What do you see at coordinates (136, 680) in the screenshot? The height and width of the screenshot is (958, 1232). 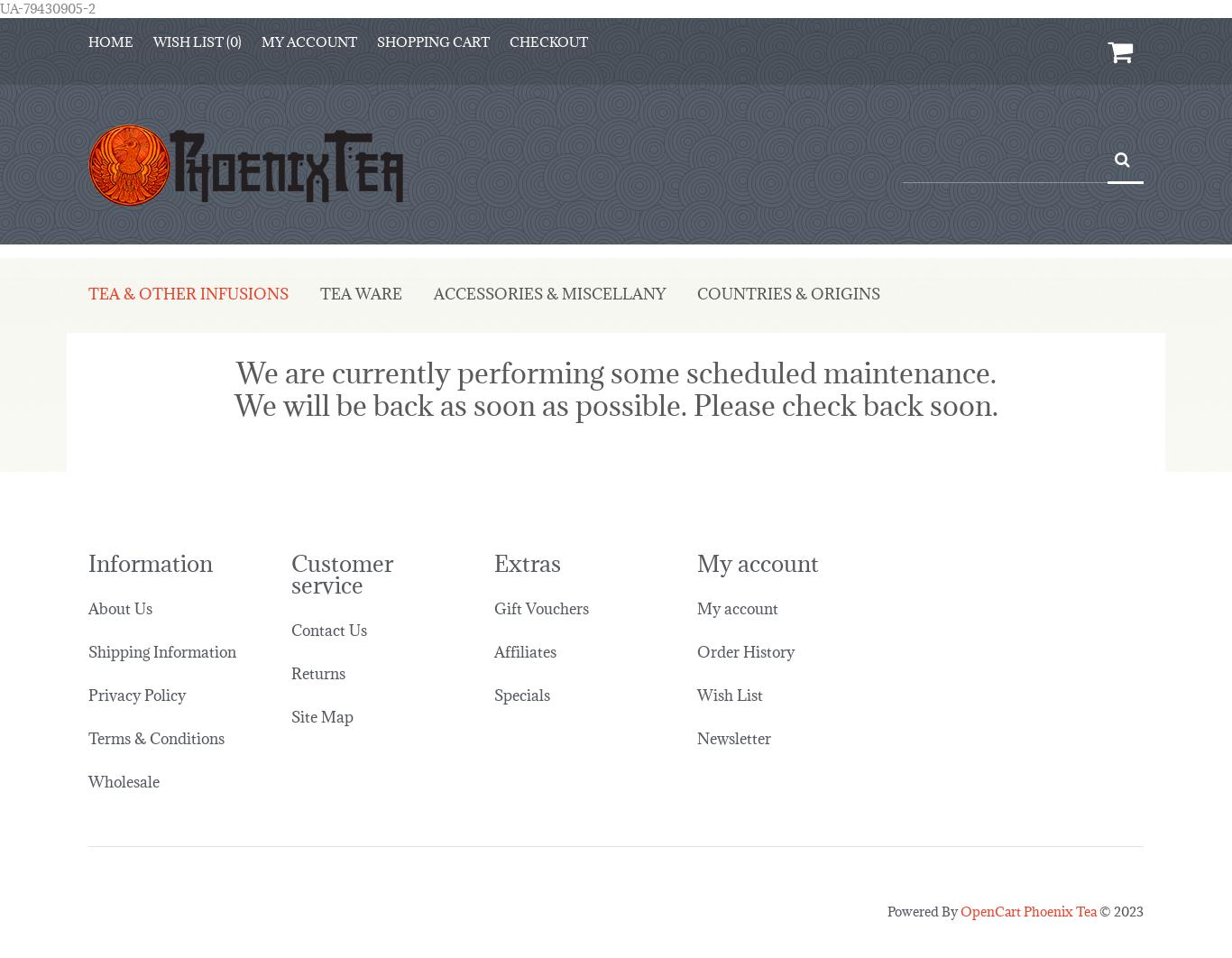 I see `'Privacy Policy'` at bounding box center [136, 680].